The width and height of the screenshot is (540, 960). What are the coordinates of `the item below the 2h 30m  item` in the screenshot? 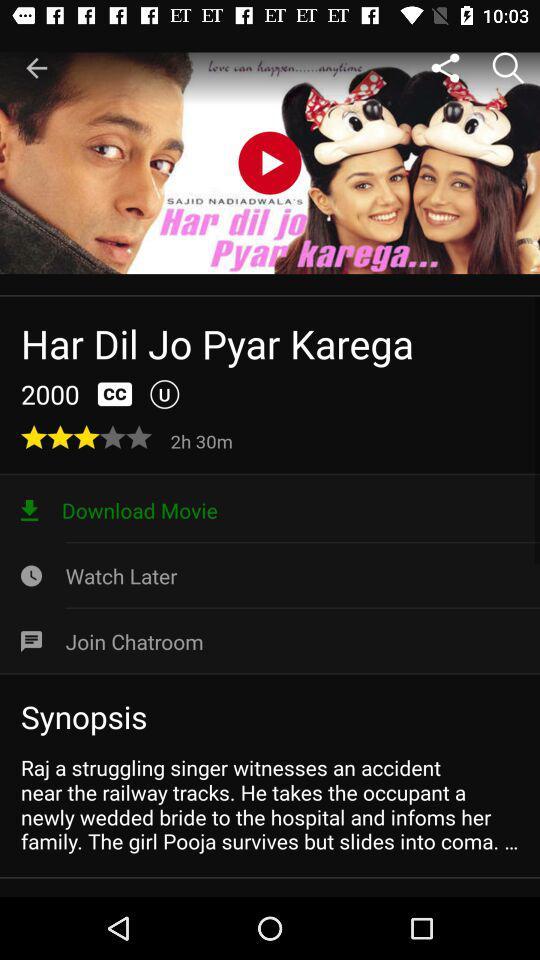 It's located at (270, 509).